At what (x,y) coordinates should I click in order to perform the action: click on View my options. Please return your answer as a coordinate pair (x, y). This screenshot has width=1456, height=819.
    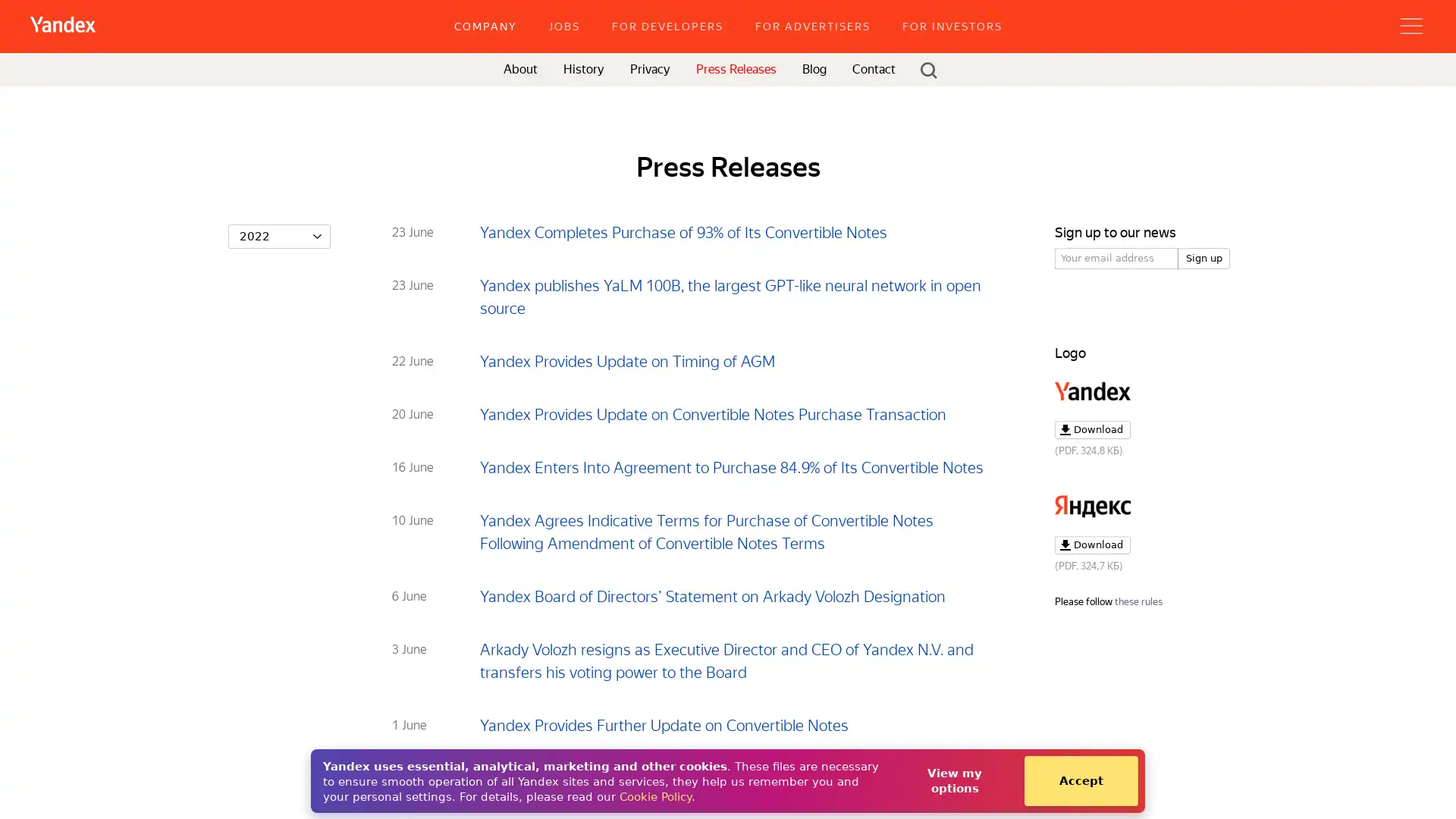
    Looking at the image, I should click on (953, 780).